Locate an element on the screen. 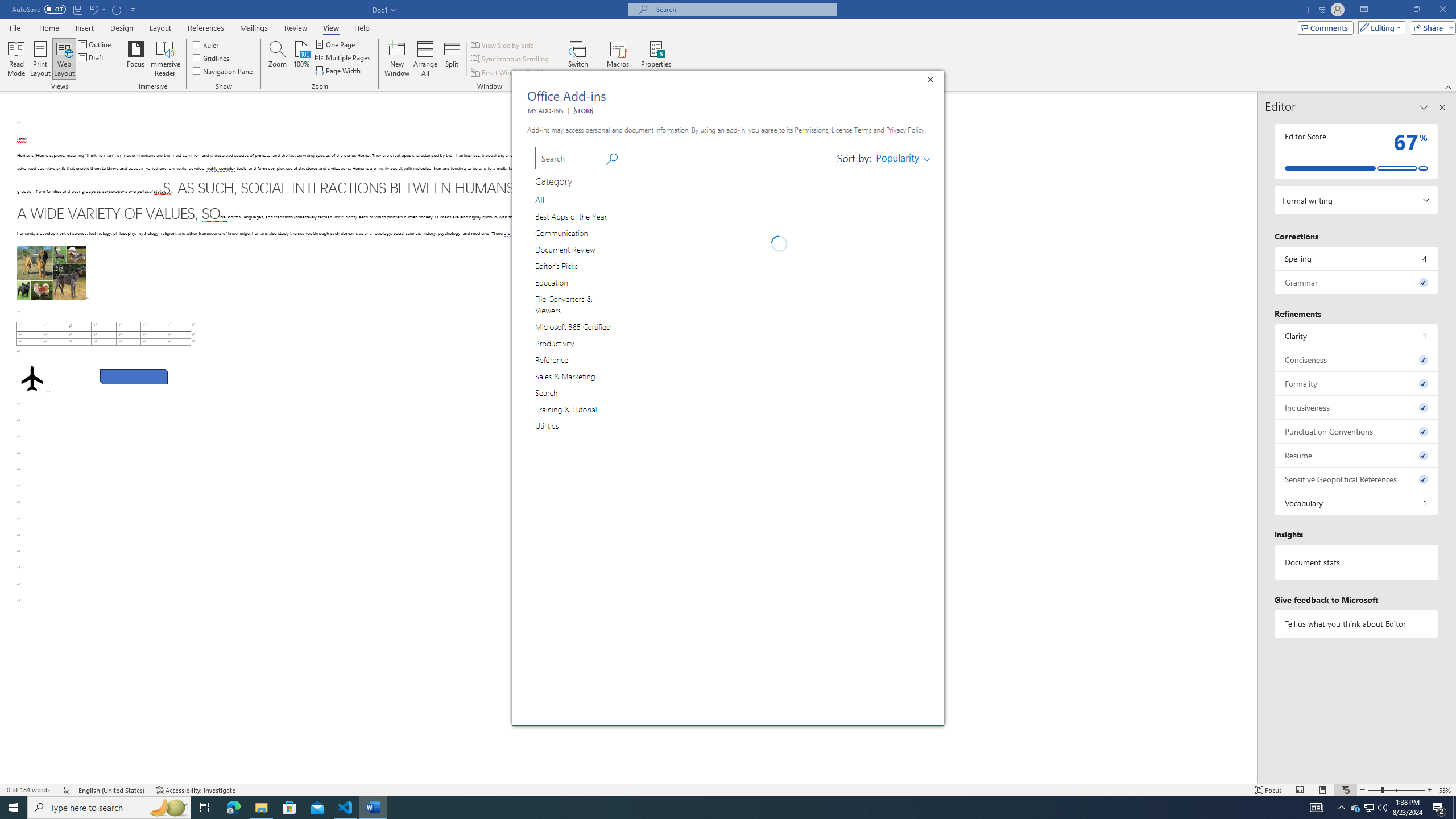  'STORE' is located at coordinates (582, 110).